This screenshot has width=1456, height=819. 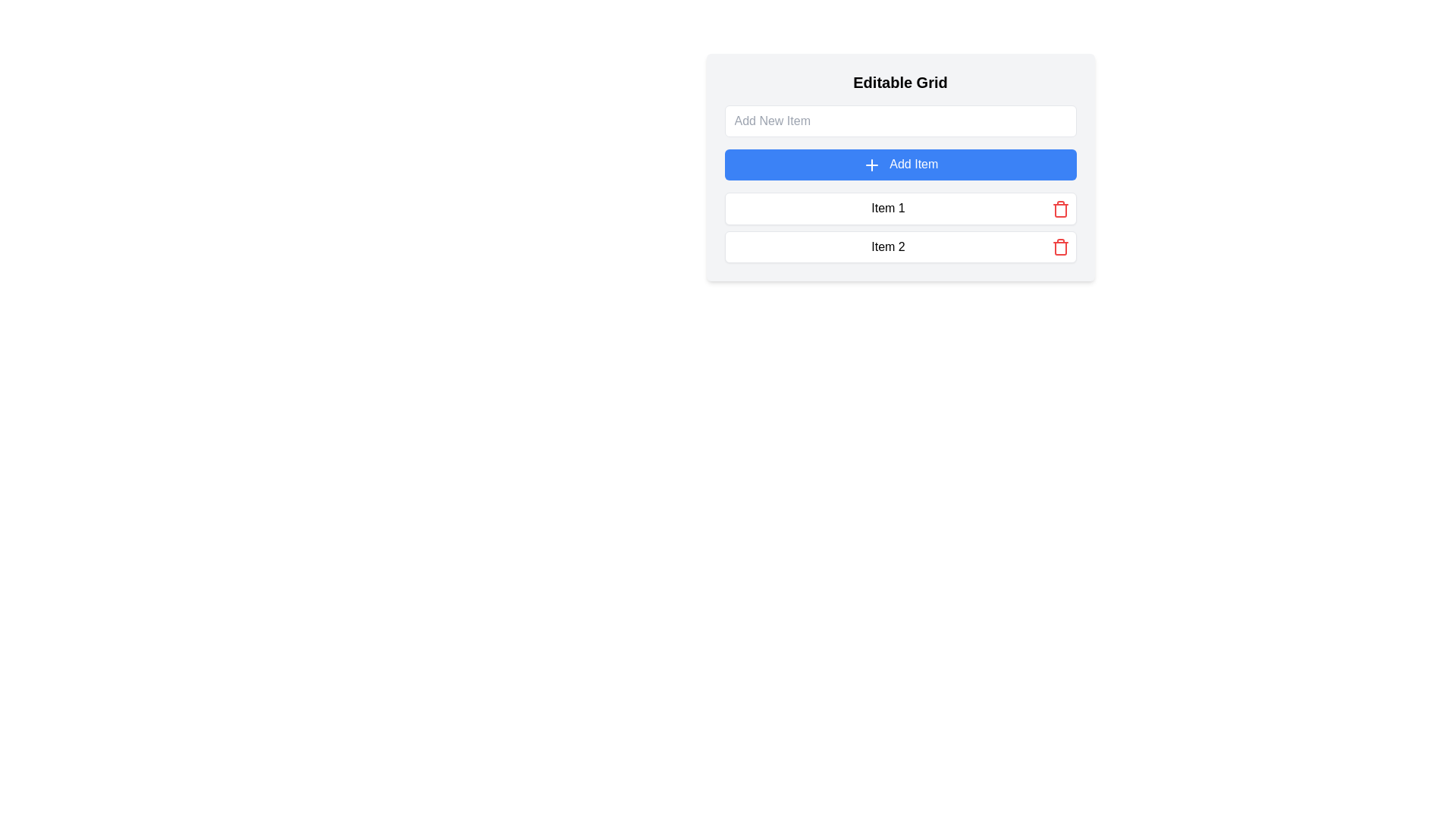 What do you see at coordinates (900, 165) in the screenshot?
I see `the rectangular button with a blue background and white text labeled 'Add Item'` at bounding box center [900, 165].